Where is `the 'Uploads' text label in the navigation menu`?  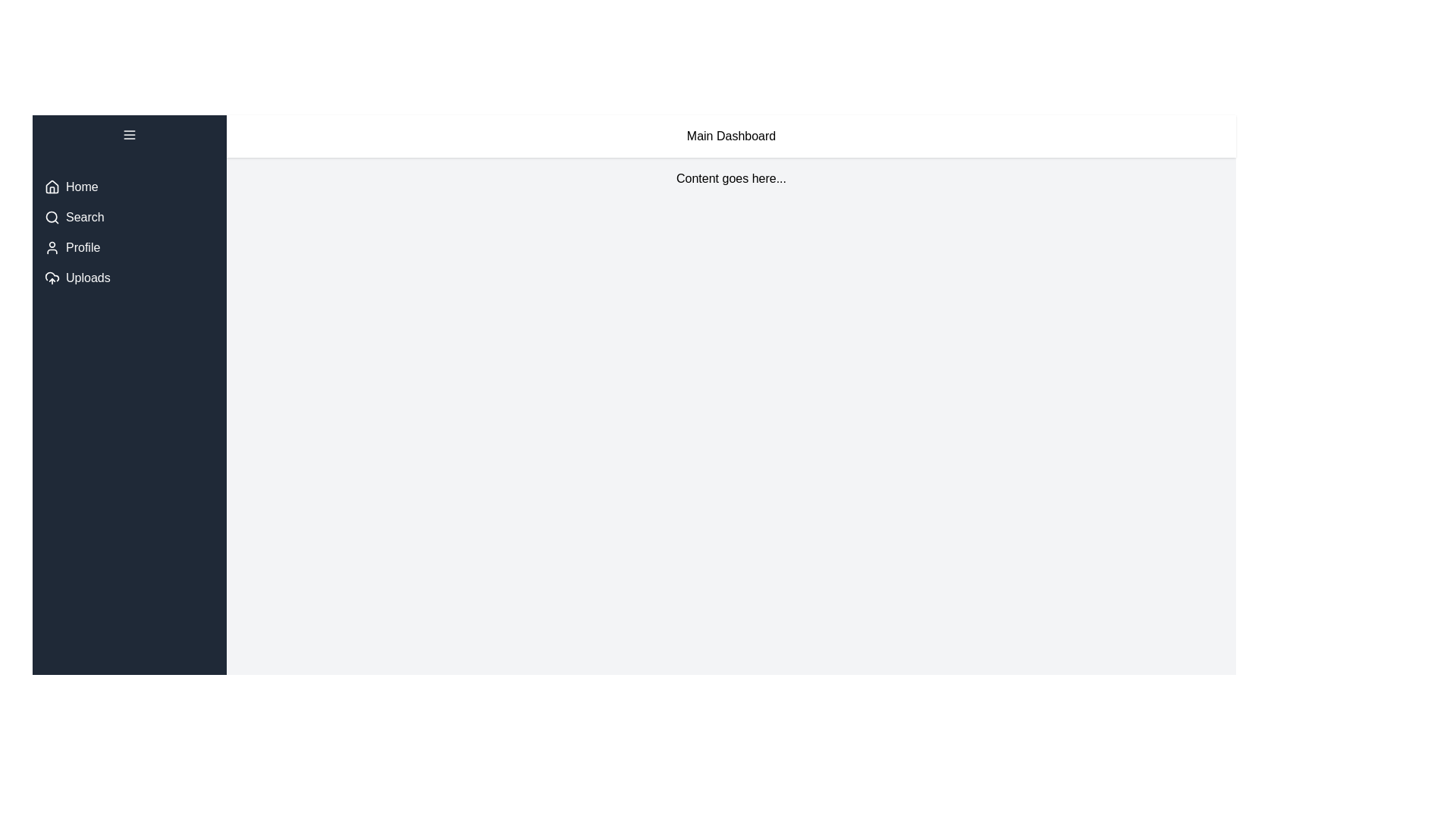 the 'Uploads' text label in the navigation menu is located at coordinates (87, 278).